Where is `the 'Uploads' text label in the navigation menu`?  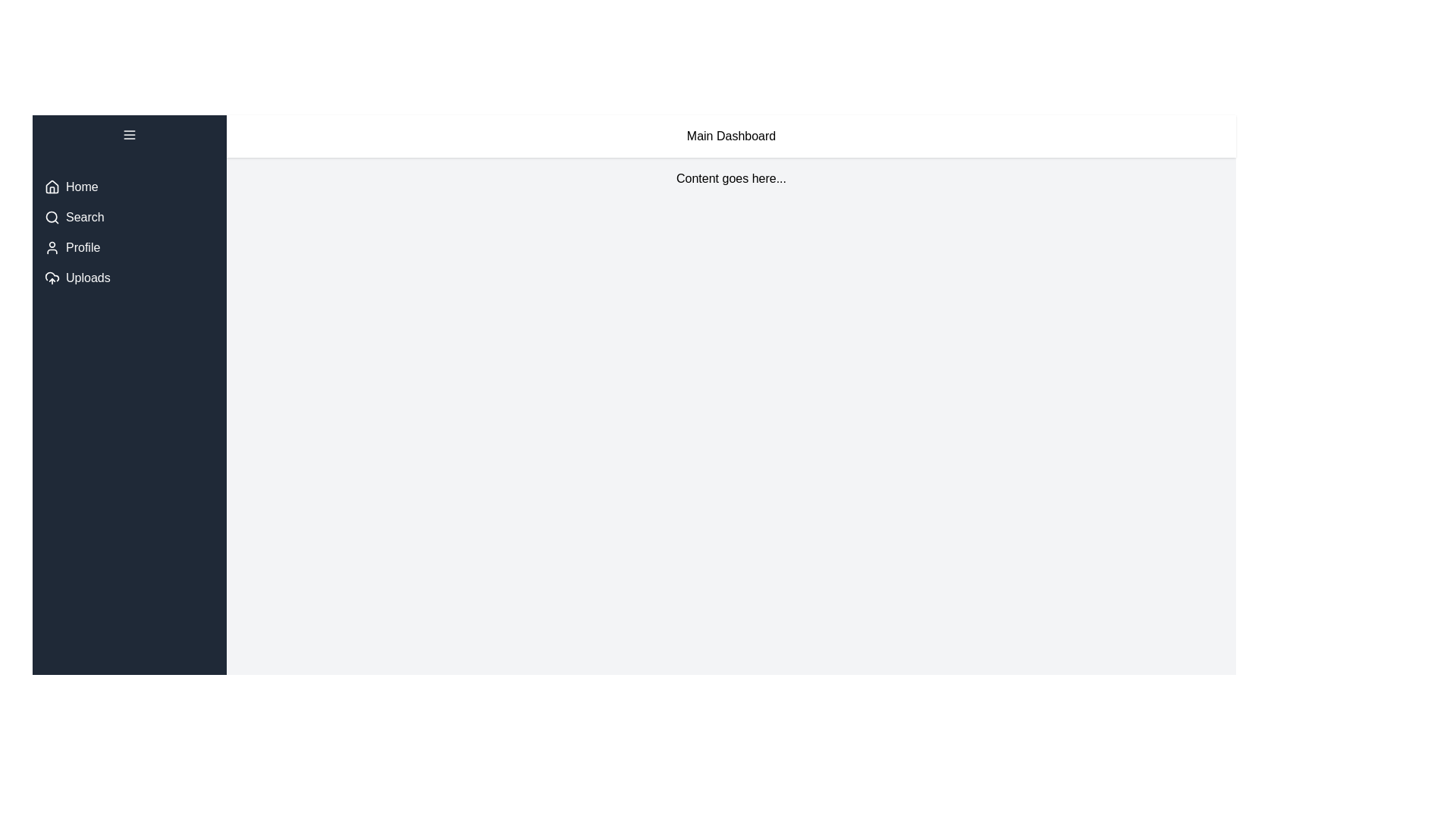 the 'Uploads' text label in the navigation menu is located at coordinates (87, 278).